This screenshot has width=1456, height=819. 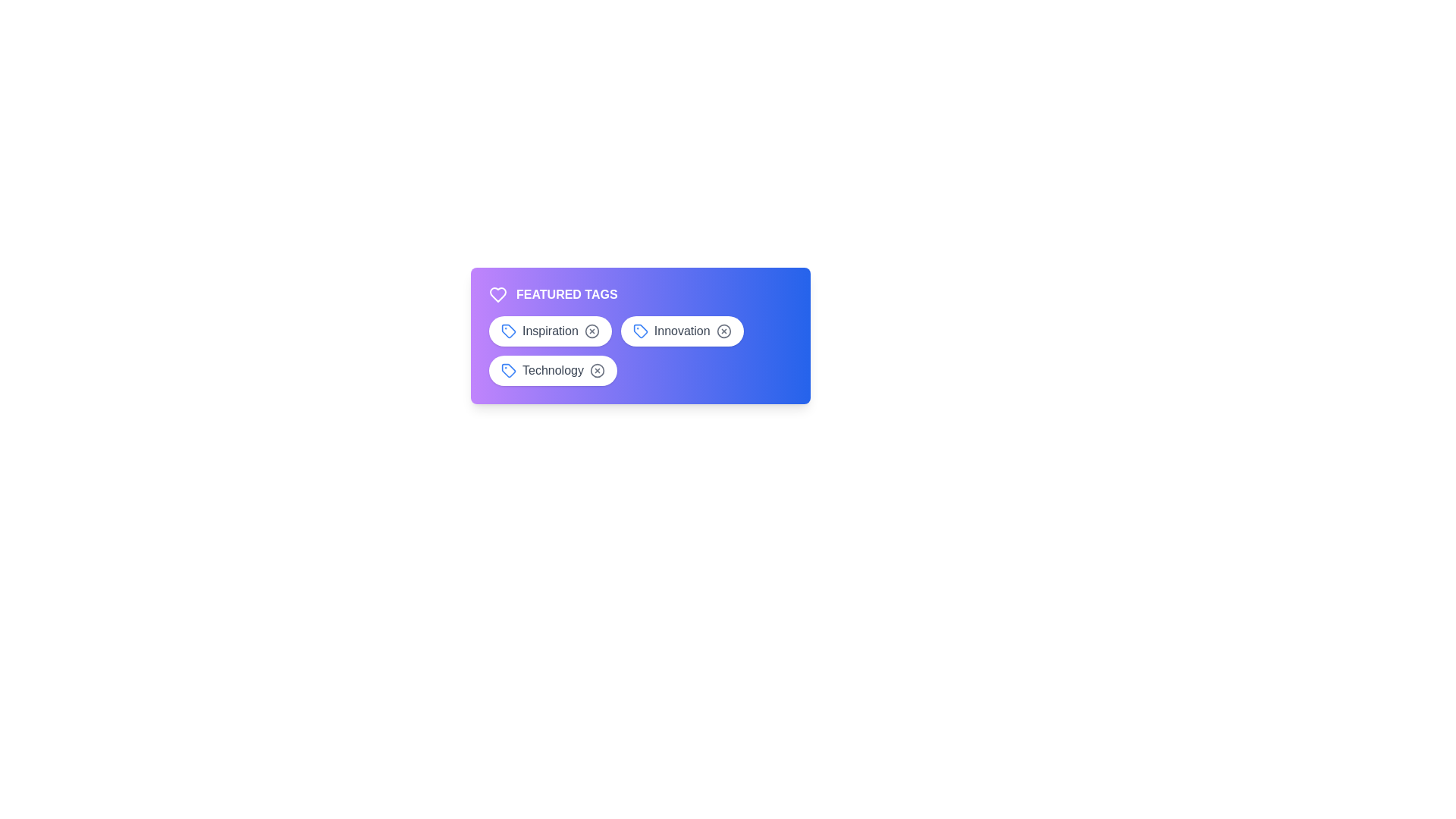 I want to click on the favorite or love icon located in the 'FEATURED TAGS' section, so click(x=498, y=295).